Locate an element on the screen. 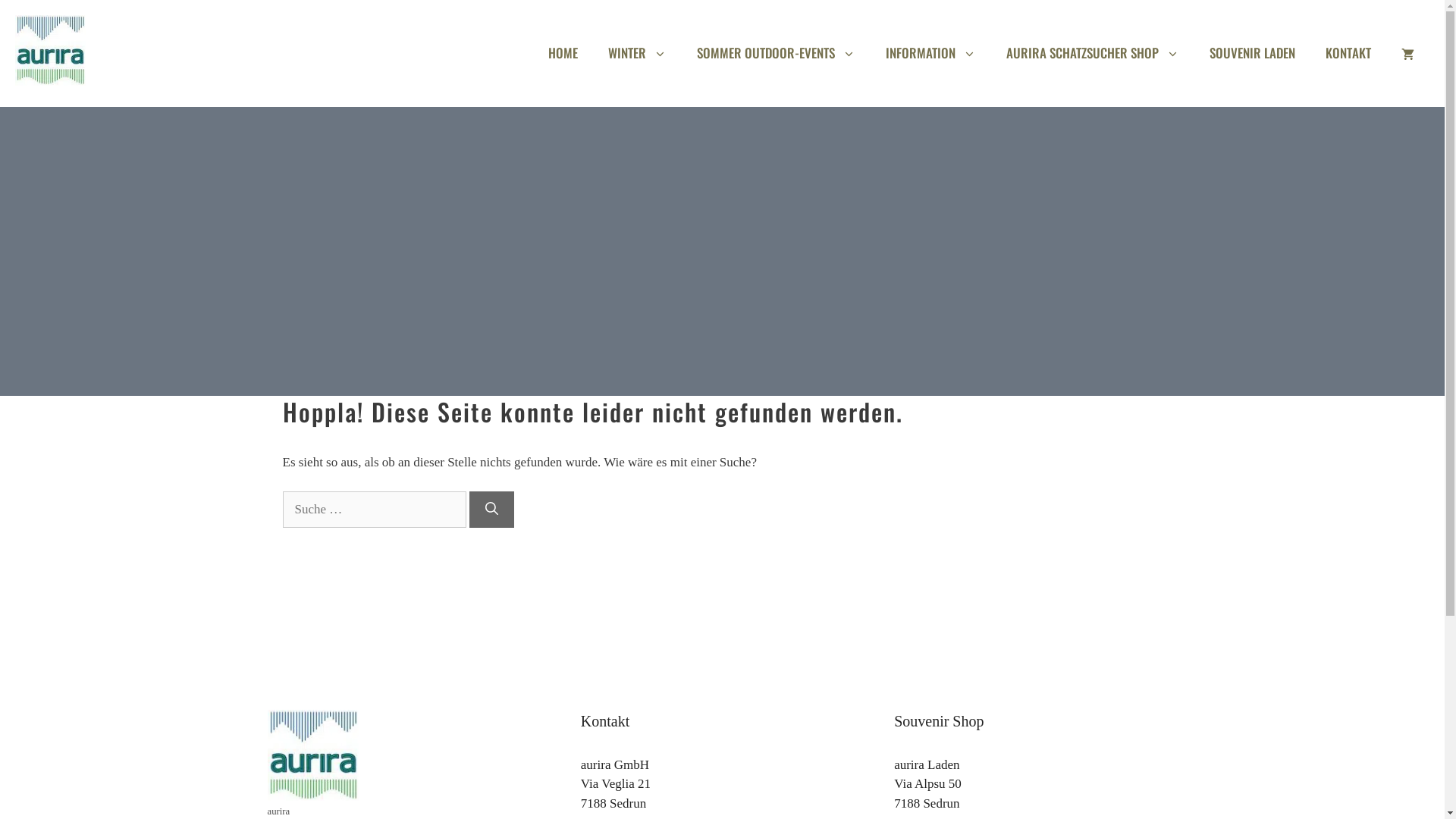  'SOMMER OUTDOOR-EVENTS' is located at coordinates (776, 52).